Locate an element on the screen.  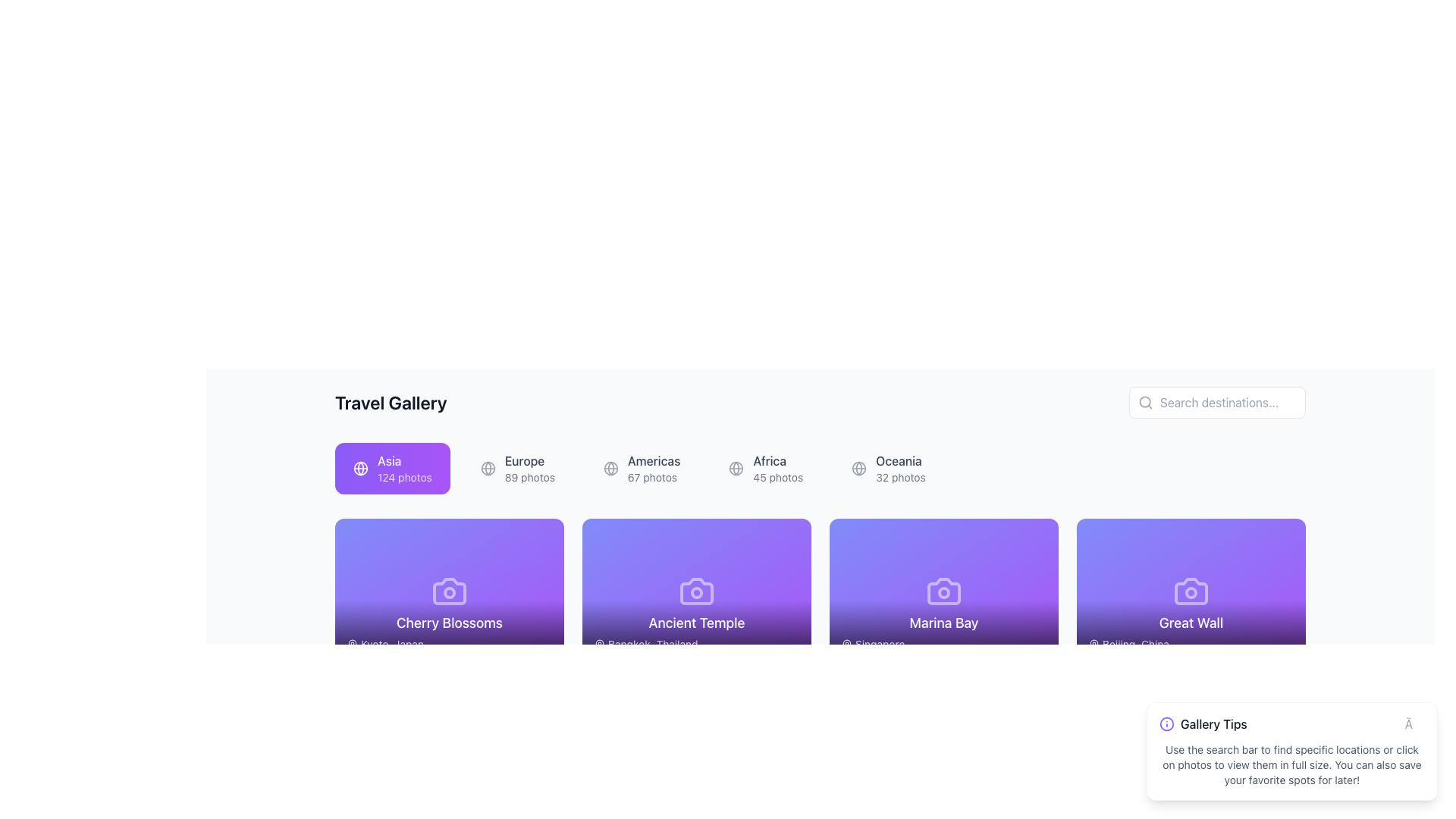
the second button in the button group located at the top-right corner of the 'Great Wall' card in the gallery view to share the card's content is located at coordinates (1248, 543).